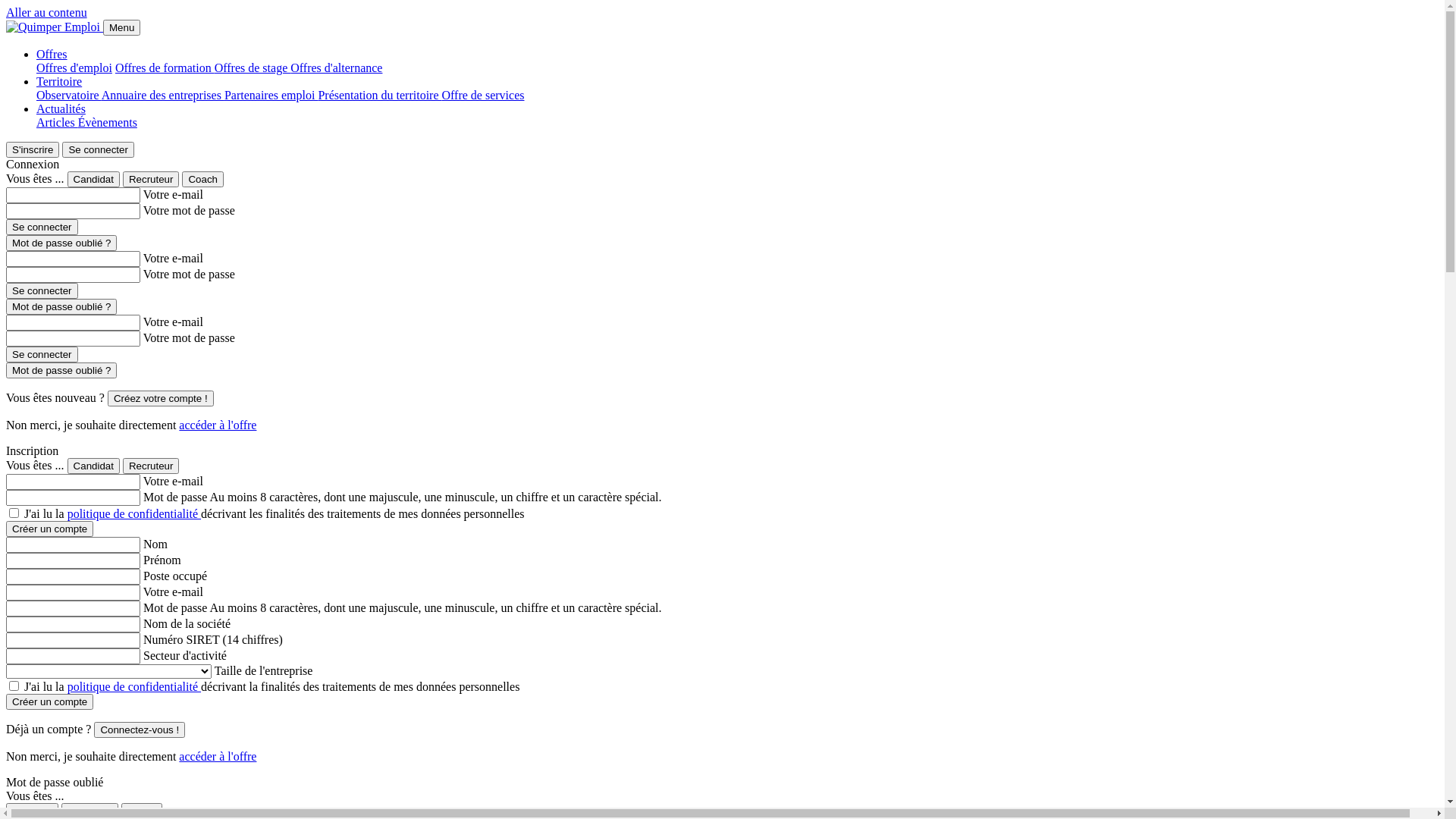  What do you see at coordinates (73, 67) in the screenshot?
I see `'Offres d'emploi'` at bounding box center [73, 67].